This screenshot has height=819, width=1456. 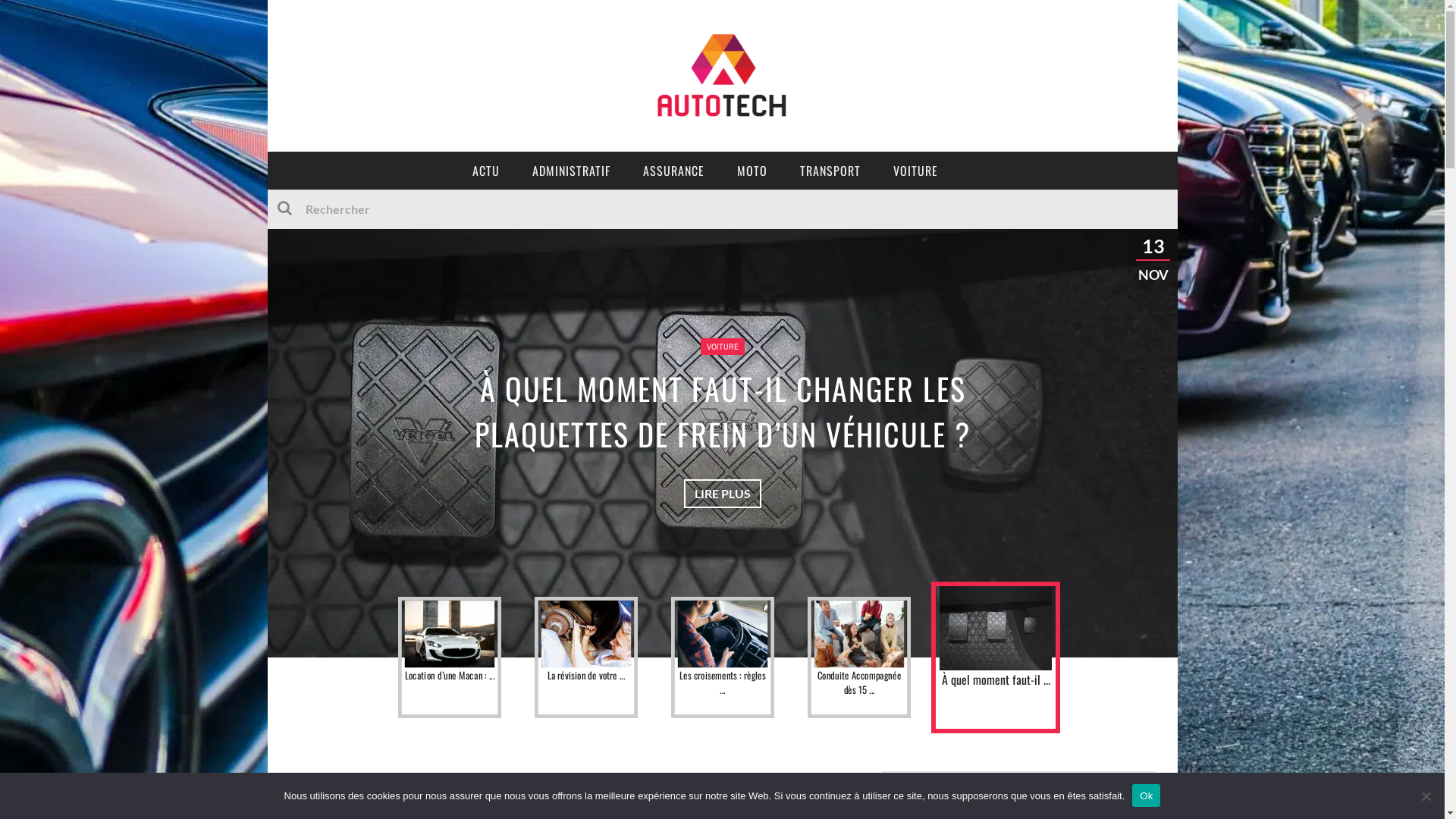 What do you see at coordinates (570, 170) in the screenshot?
I see `'ADMINISTRATIF'` at bounding box center [570, 170].